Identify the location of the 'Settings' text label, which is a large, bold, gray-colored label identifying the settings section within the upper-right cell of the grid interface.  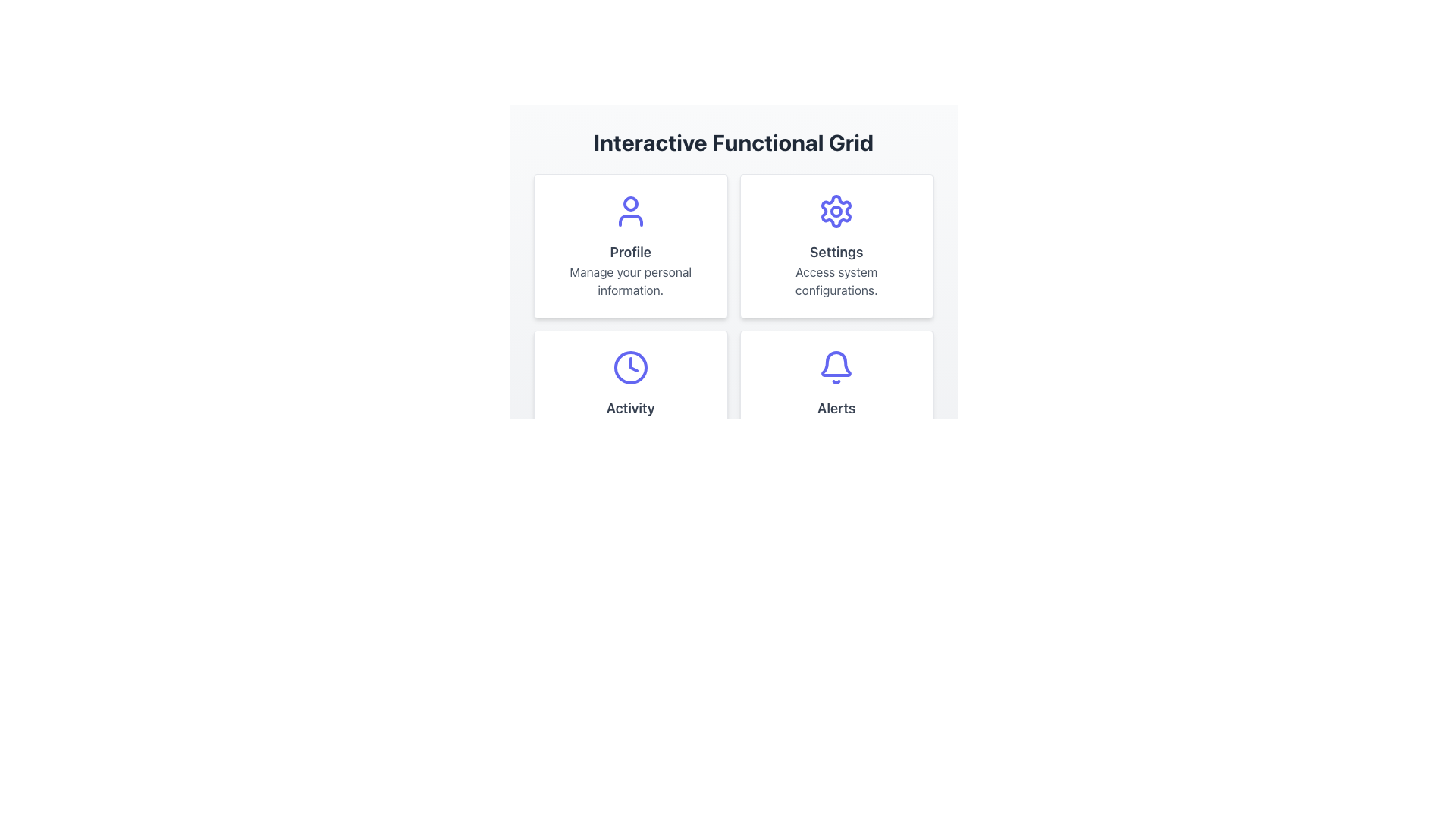
(836, 251).